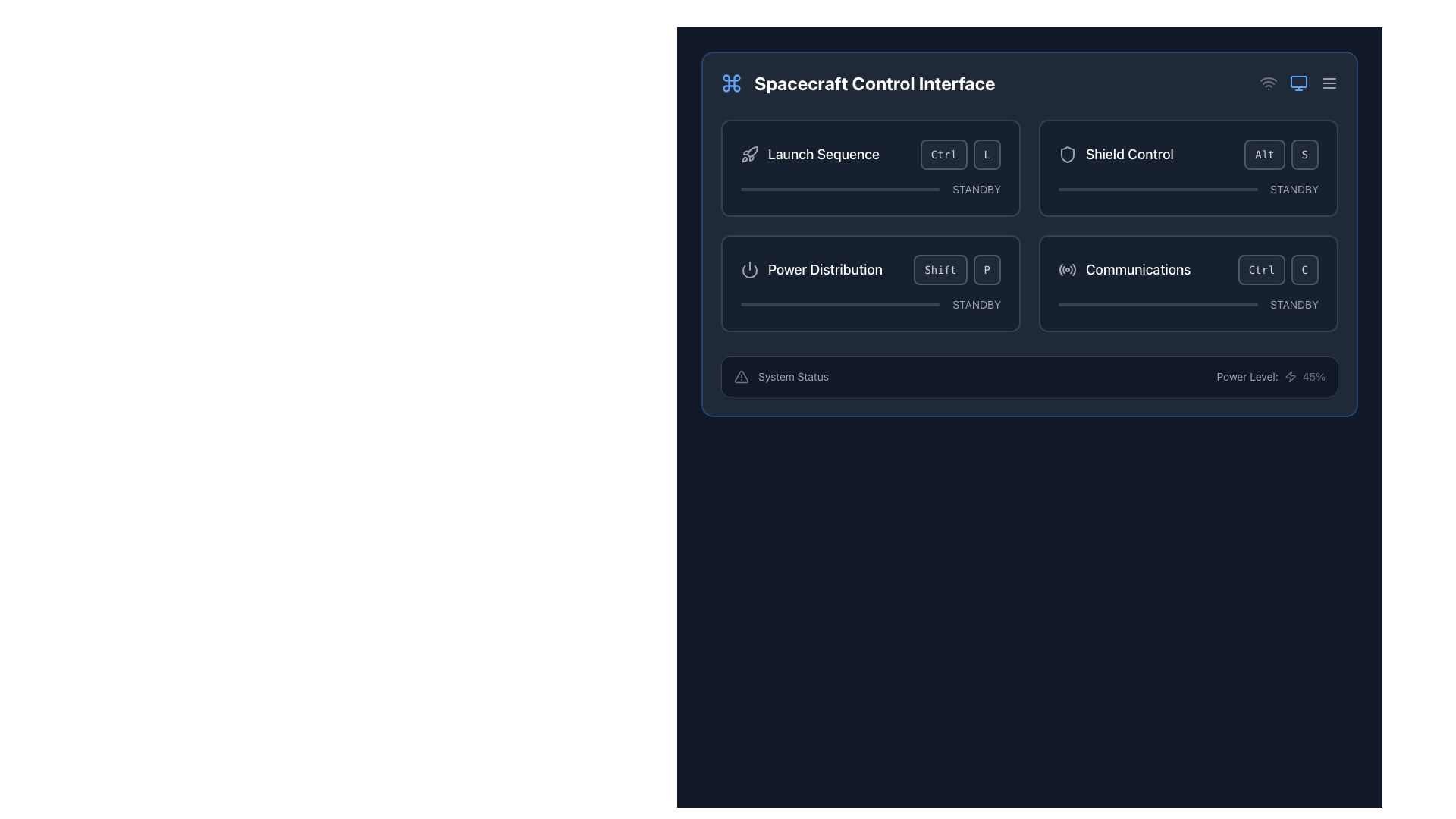 This screenshot has height=819, width=1456. Describe the element at coordinates (1298, 83) in the screenshot. I see `the display monitor icon located in the top-right corner of the interface, positioned between the Wi-Fi icon and the menu icon` at that location.